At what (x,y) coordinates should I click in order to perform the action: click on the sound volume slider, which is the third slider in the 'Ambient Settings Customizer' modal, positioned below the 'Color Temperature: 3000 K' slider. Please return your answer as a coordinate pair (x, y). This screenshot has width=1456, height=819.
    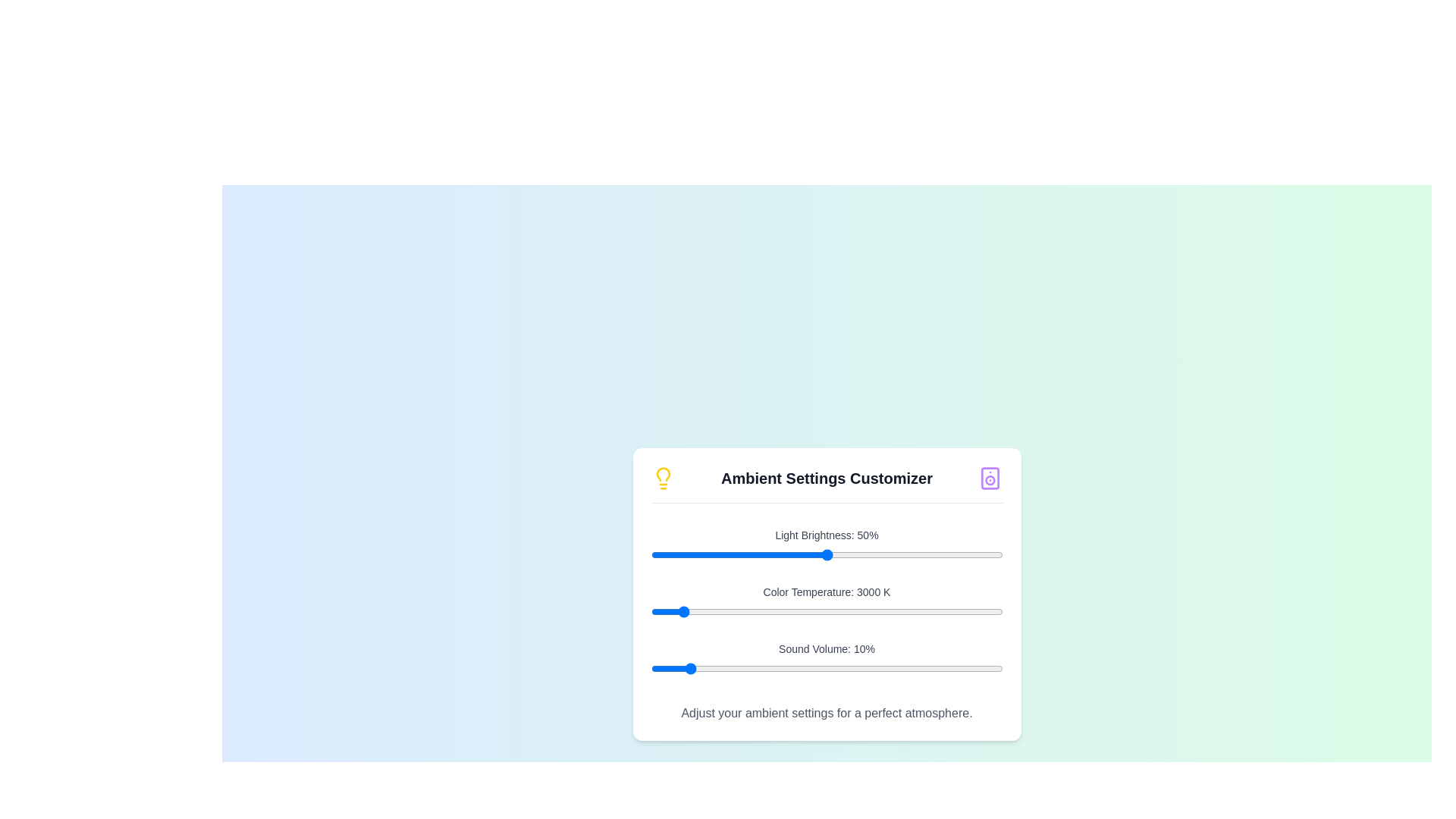
    Looking at the image, I should click on (826, 668).